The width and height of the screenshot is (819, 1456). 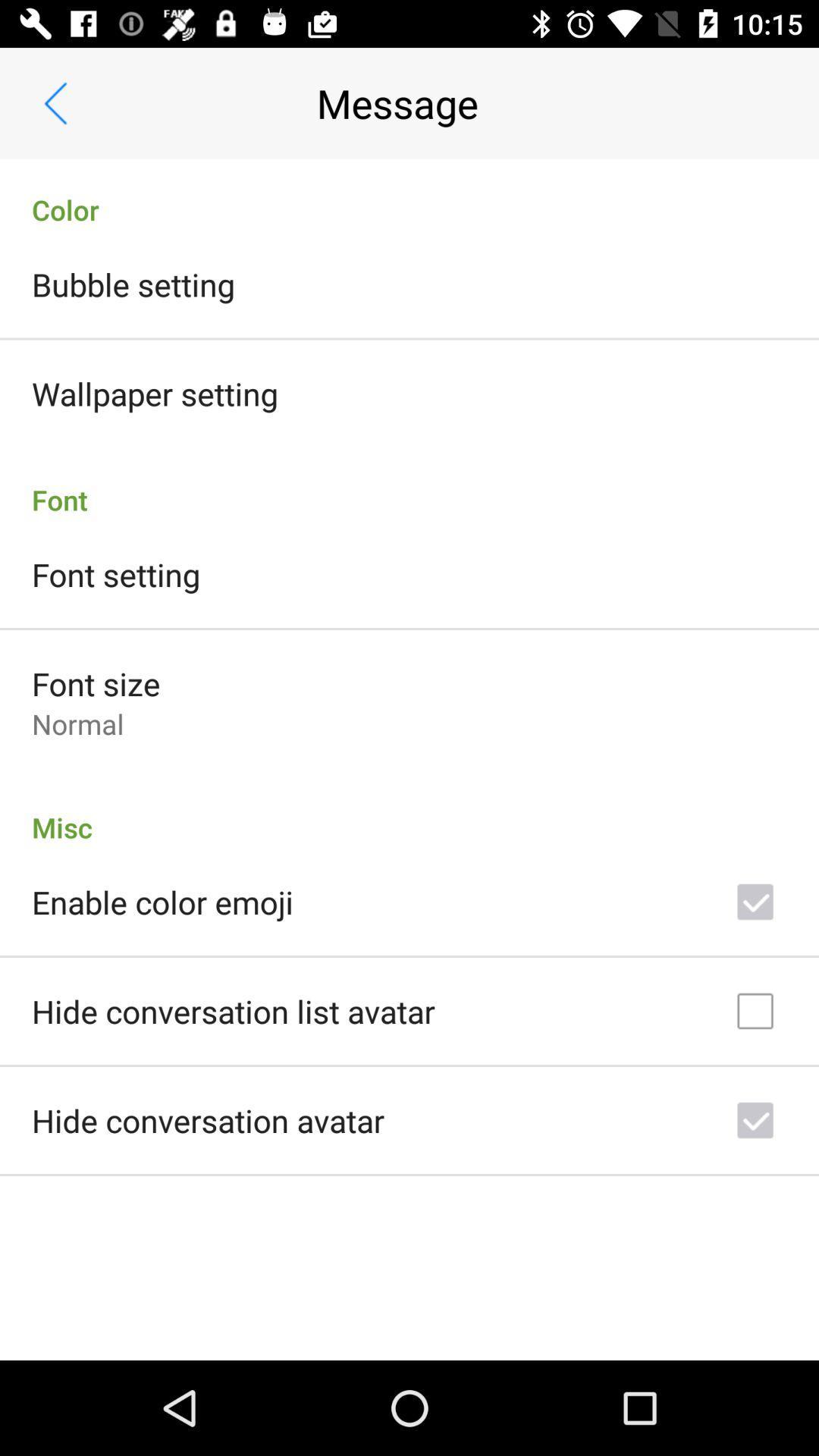 I want to click on item above color, so click(x=55, y=102).